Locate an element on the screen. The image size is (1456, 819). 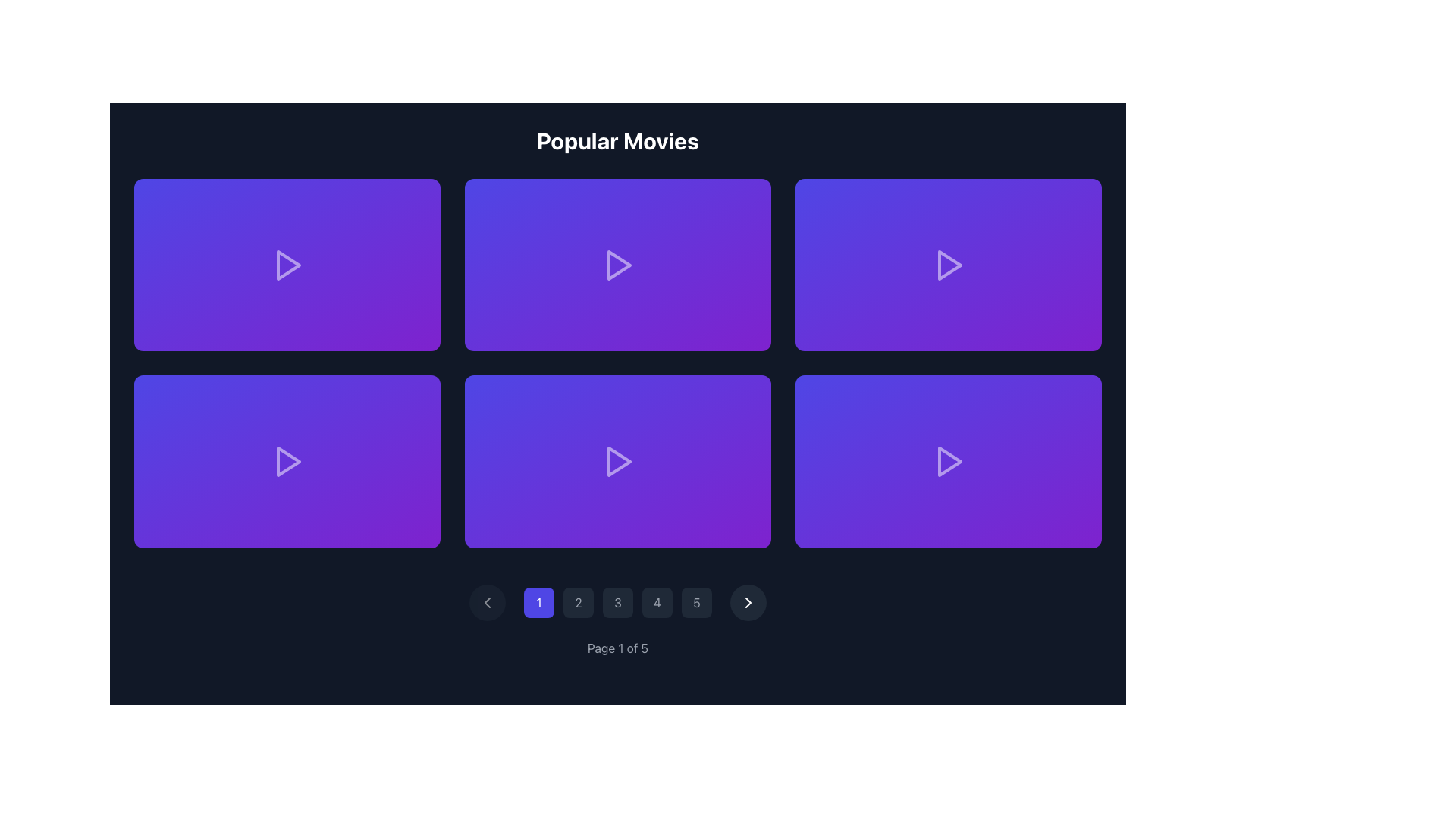
the play button icon located in the top-left card of the 'Popular Movies' section for keyboard navigation is located at coordinates (288, 263).